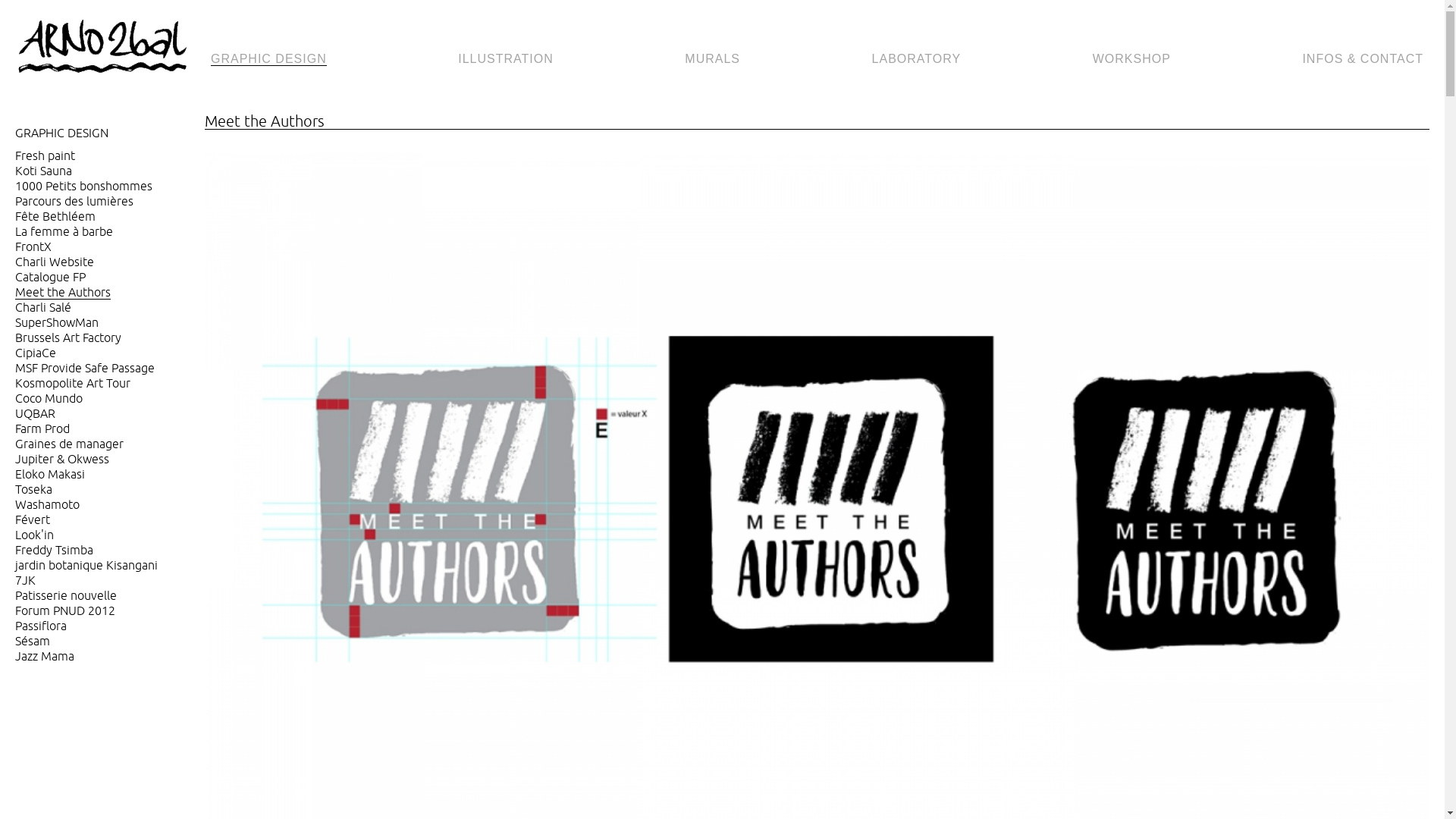 This screenshot has height=819, width=1456. I want to click on 'WORKSHOP', so click(1131, 58).